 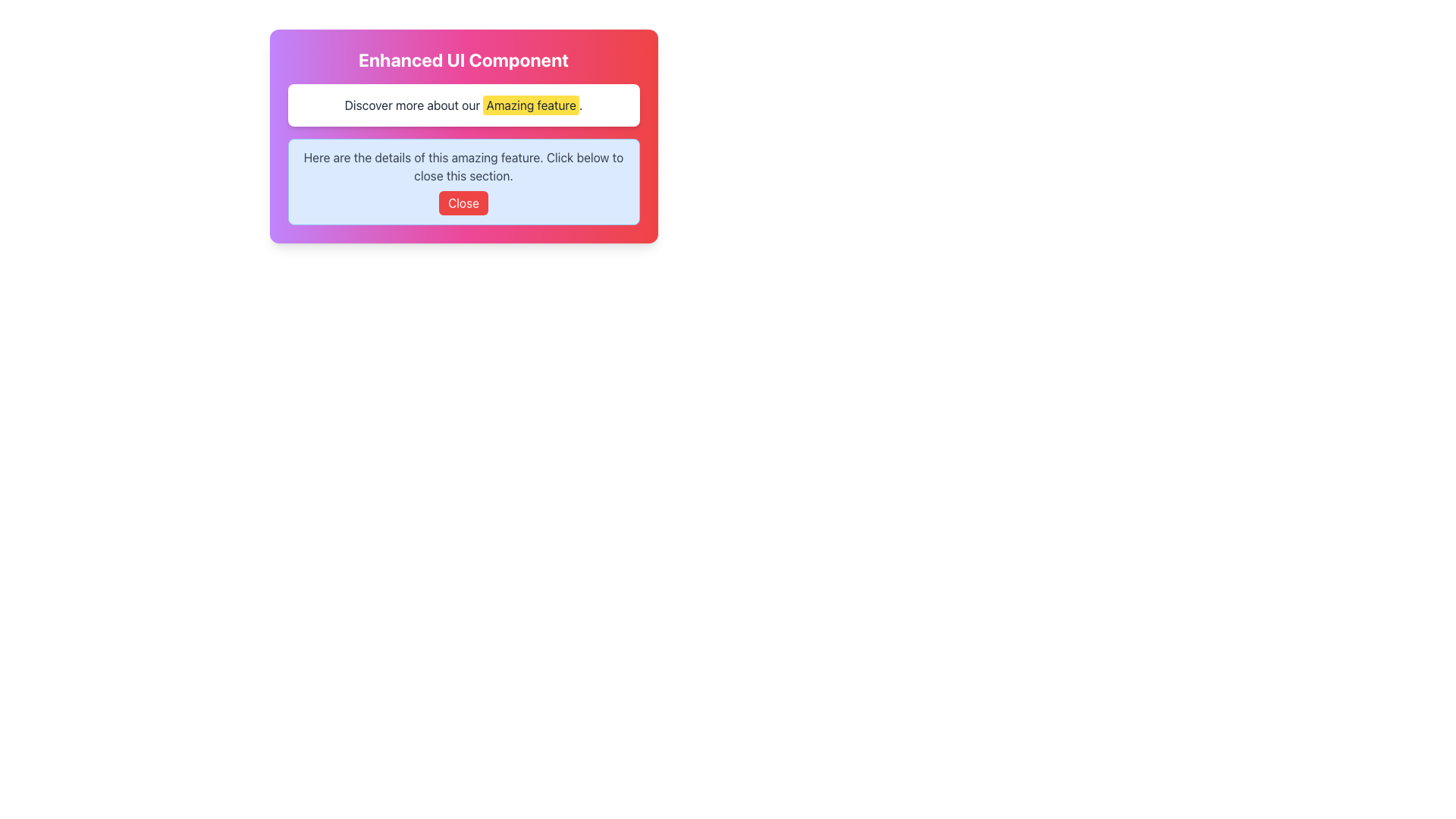 What do you see at coordinates (463, 166) in the screenshot?
I see `informational text located within a light blue box above the red 'Close' button` at bounding box center [463, 166].